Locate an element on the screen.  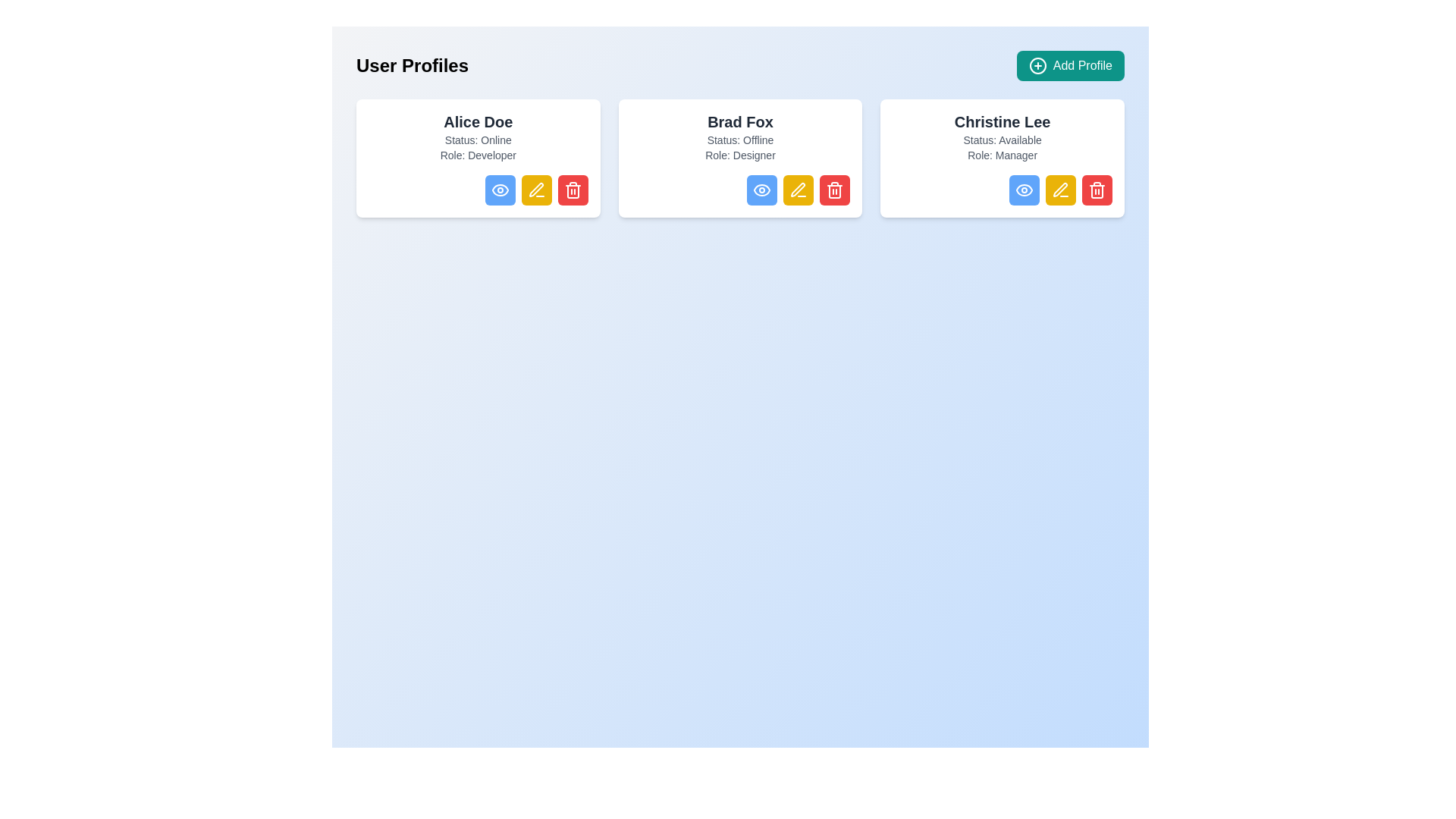
the 'User Profiles' text label, which is styled in bold black font and serves as a title within the header of the application is located at coordinates (413, 65).